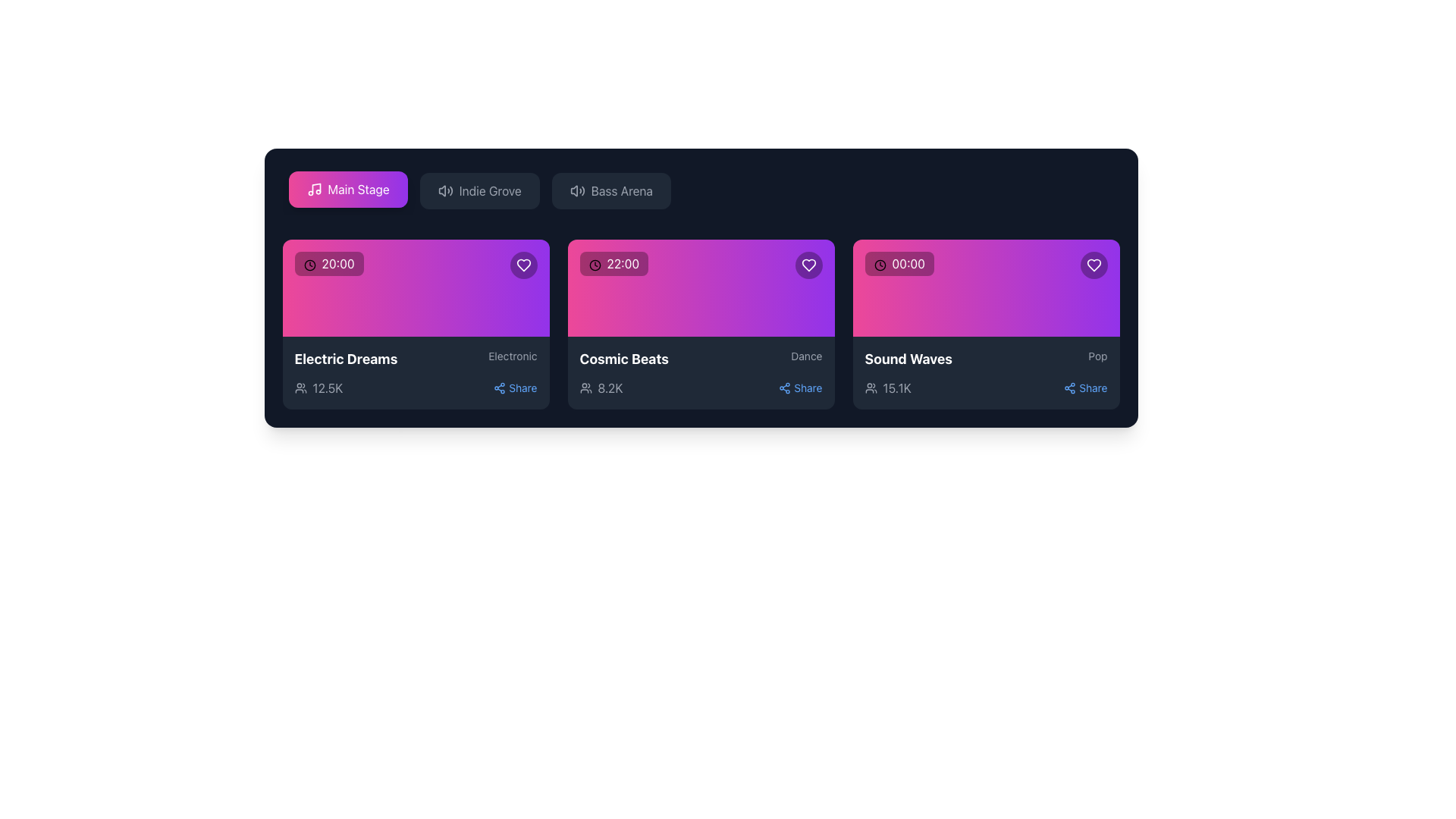  Describe the element at coordinates (808, 265) in the screenshot. I see `the circular 'like' or 'favorite' button located` at that location.